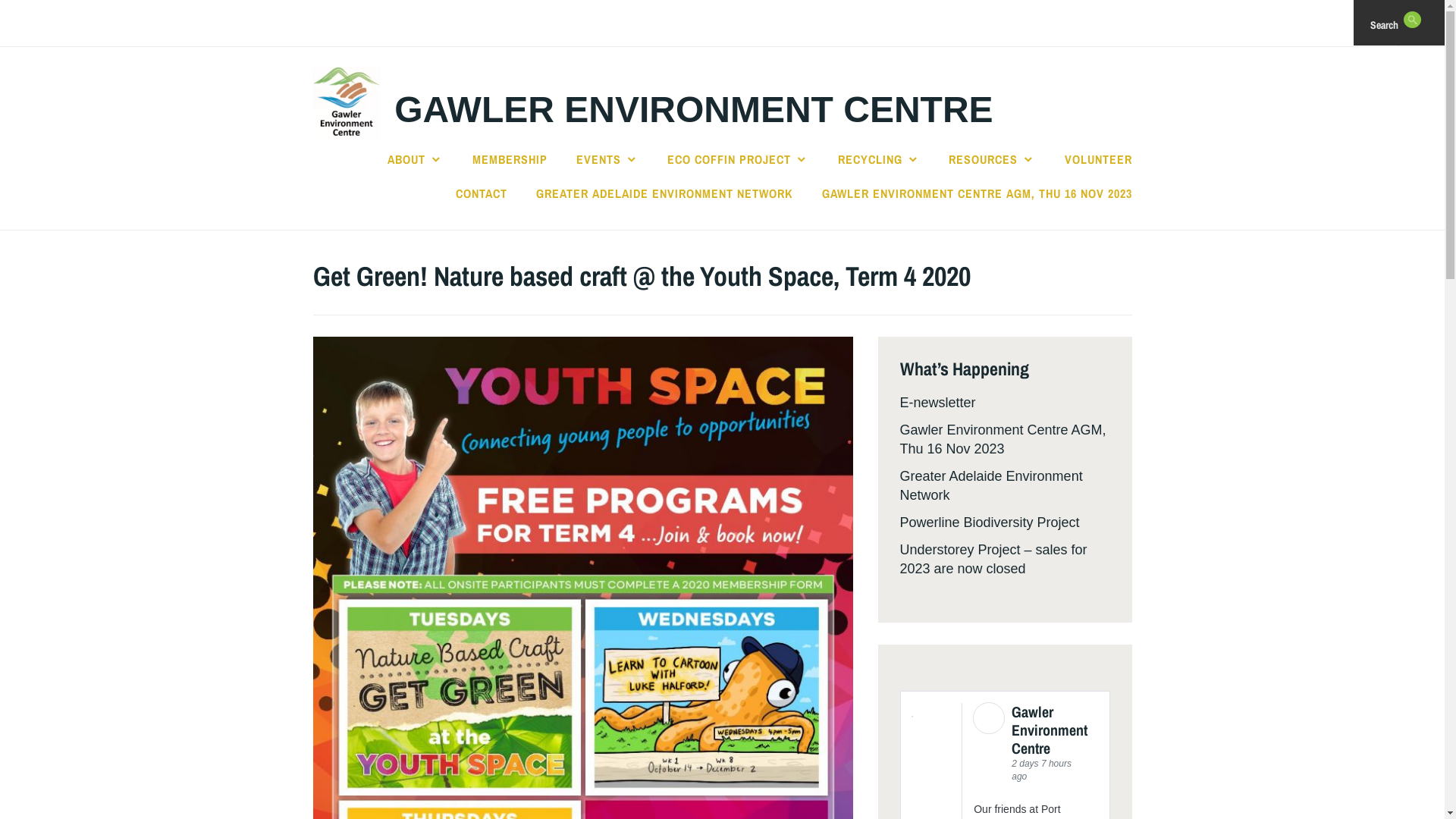 The height and width of the screenshot is (819, 1456). I want to click on 'RESOURCES', so click(992, 158).